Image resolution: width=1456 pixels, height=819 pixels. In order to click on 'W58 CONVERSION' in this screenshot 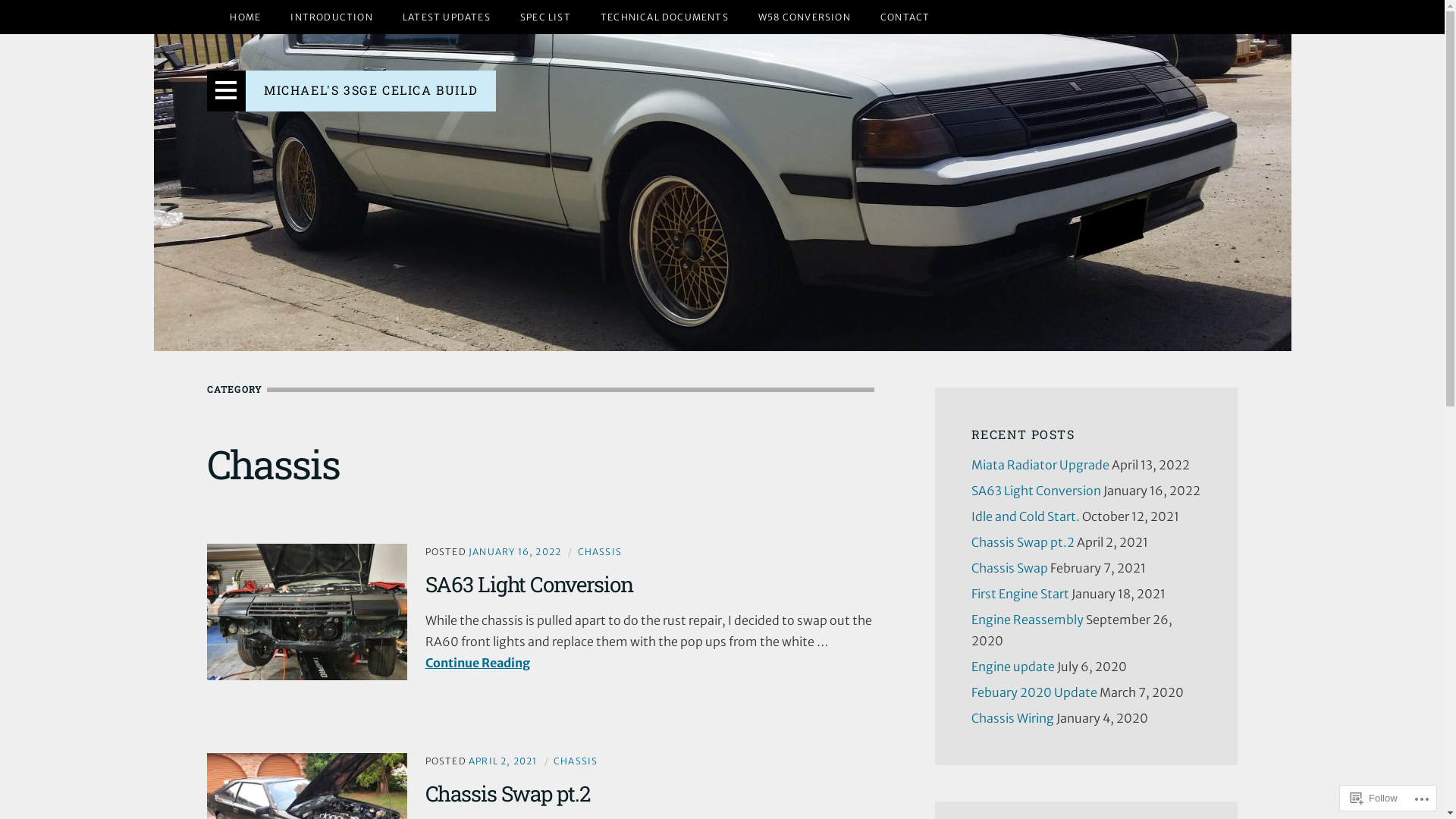, I will do `click(745, 17)`.